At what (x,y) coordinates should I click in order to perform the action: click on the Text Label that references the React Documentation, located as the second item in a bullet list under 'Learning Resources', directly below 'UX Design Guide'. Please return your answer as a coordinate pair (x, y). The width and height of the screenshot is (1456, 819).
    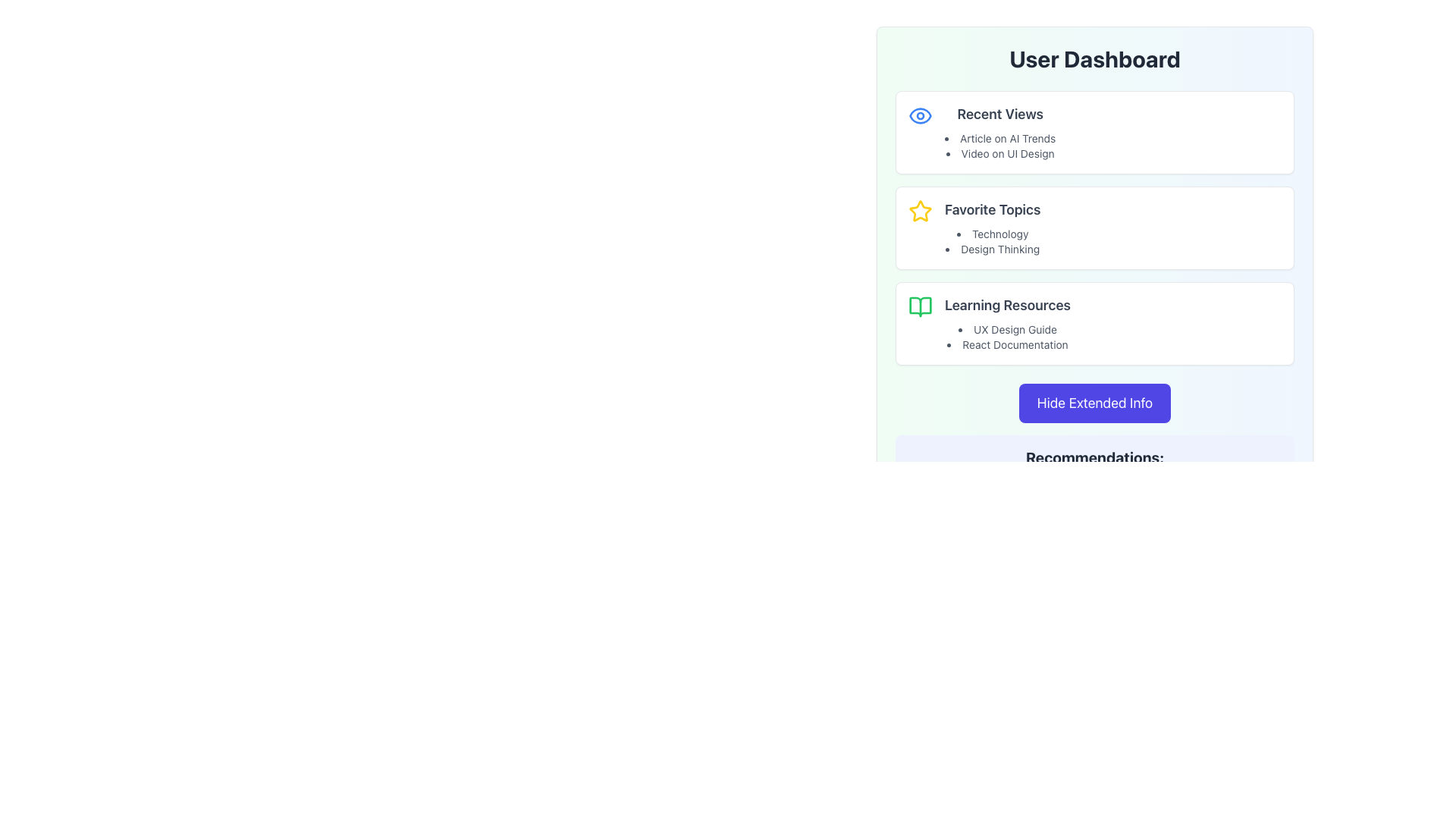
    Looking at the image, I should click on (1008, 345).